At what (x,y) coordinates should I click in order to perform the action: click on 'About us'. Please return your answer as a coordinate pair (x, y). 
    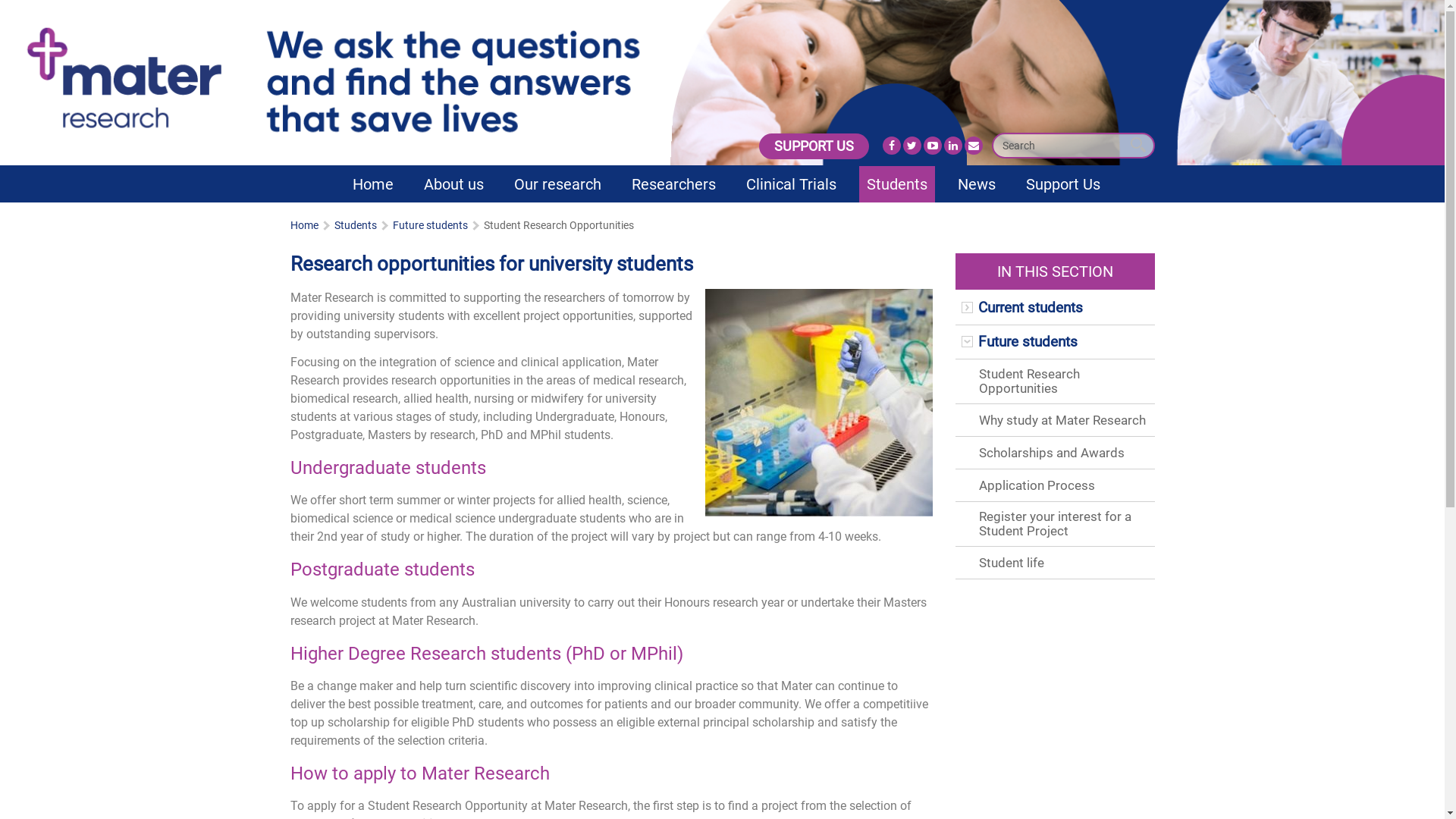
    Looking at the image, I should click on (452, 184).